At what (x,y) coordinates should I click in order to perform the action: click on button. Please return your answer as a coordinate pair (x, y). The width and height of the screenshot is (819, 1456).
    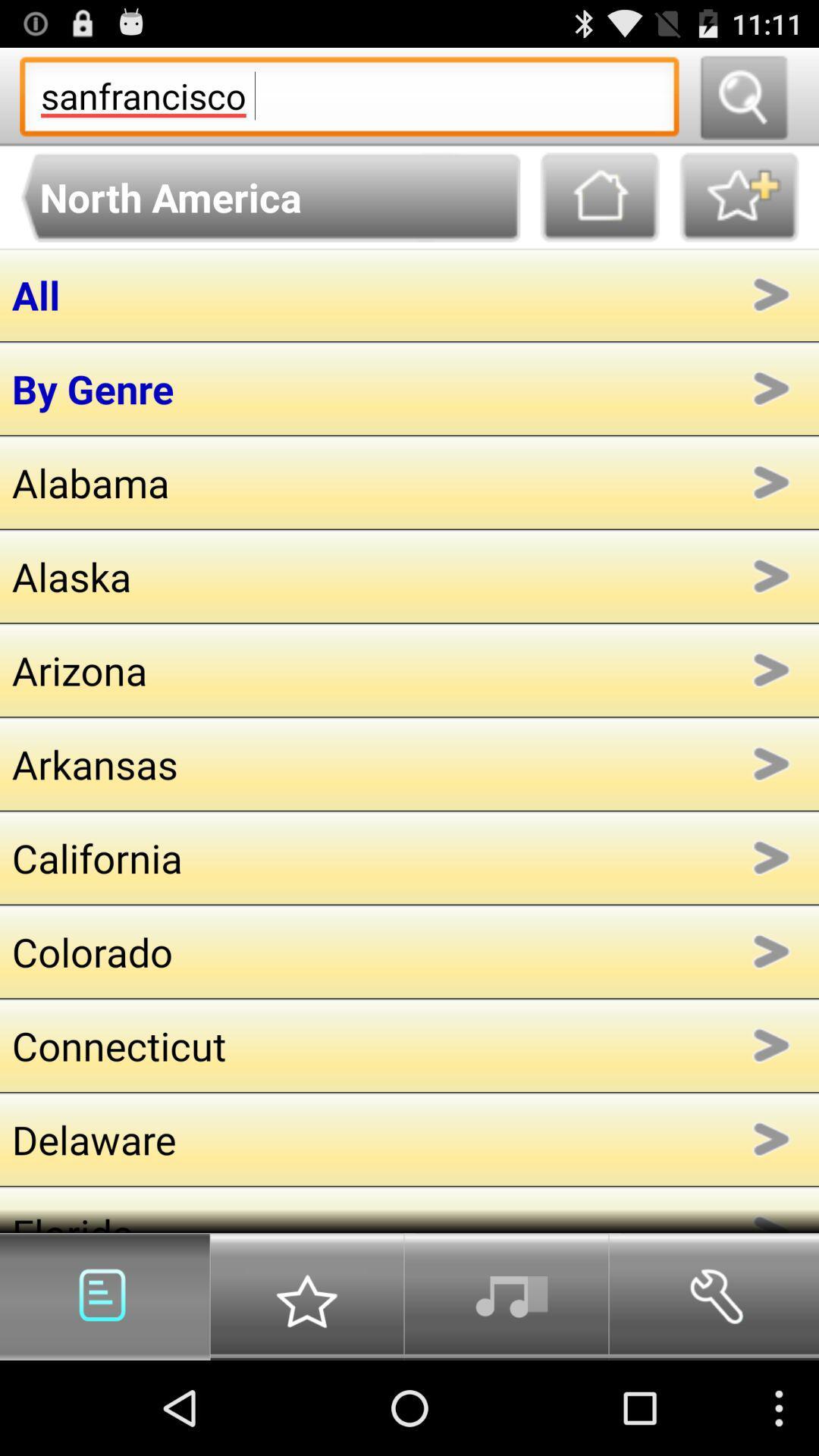
    Looking at the image, I should click on (739, 196).